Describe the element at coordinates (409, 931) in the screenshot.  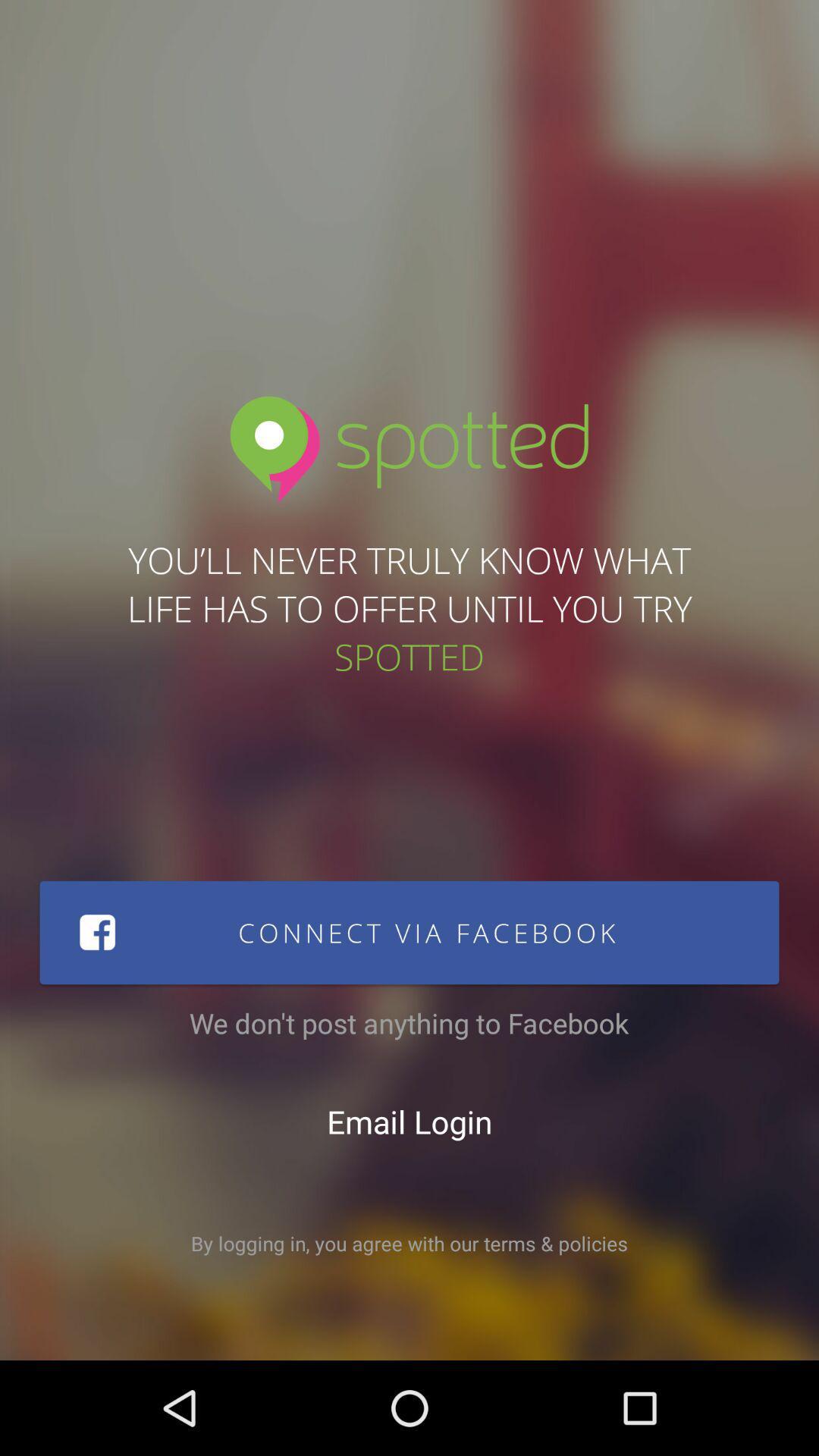
I see `connect via facebook icon` at that location.